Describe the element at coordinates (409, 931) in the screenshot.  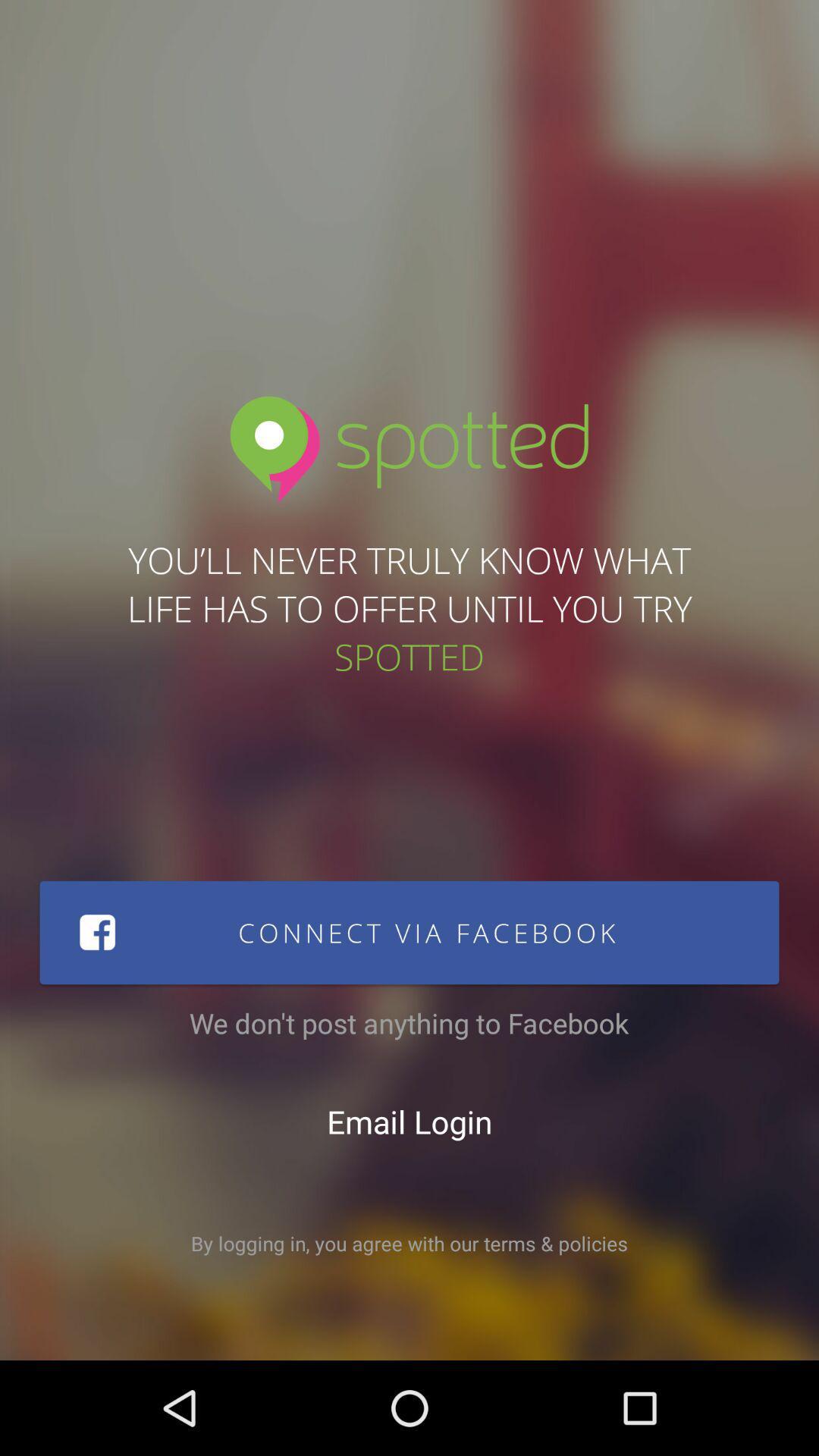
I see `connect via facebook icon` at that location.